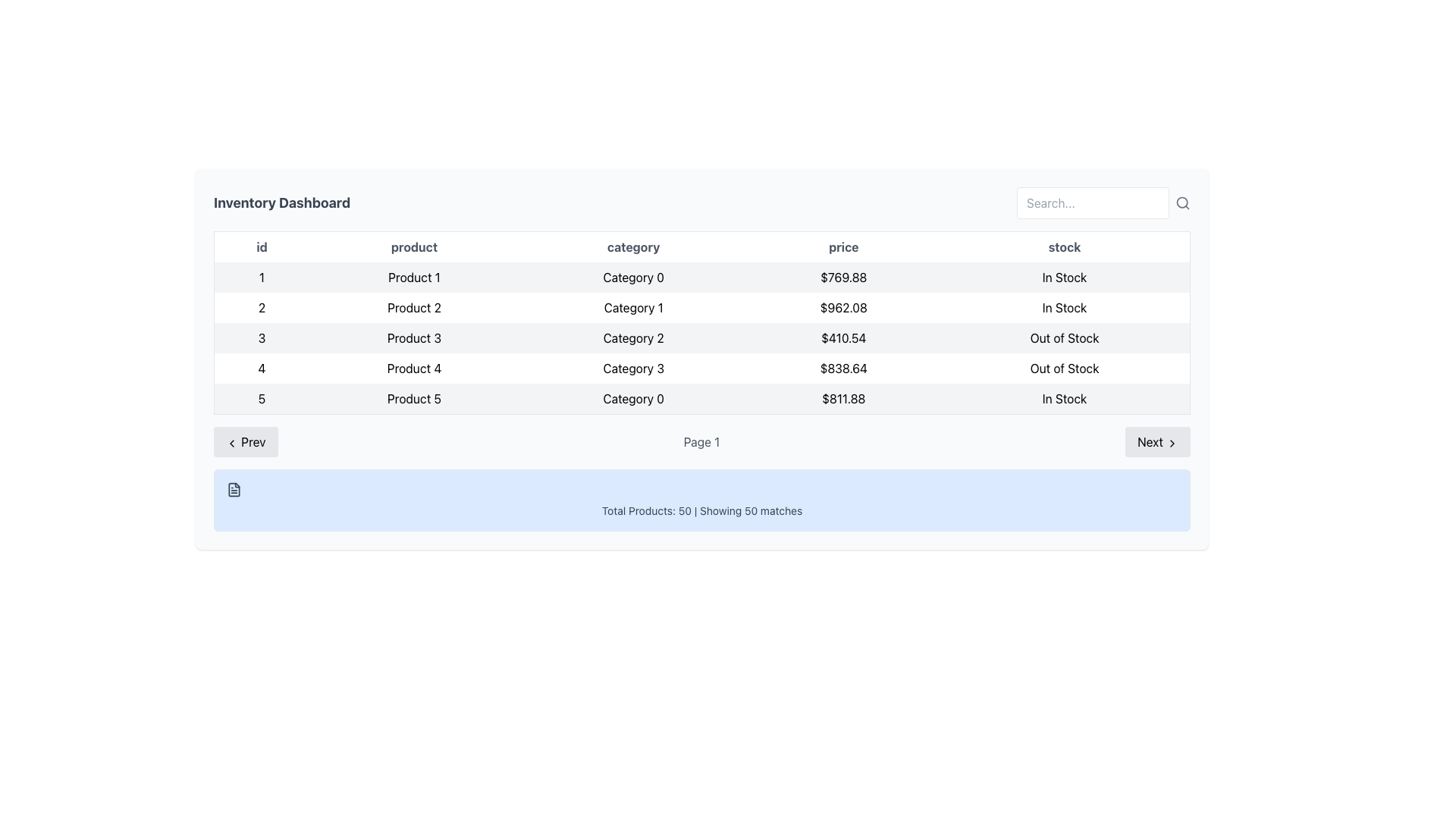  I want to click on the 'Category 2' text label within the table cell that is part of the row for 'Product 3' in the 'category' column, so click(633, 337).